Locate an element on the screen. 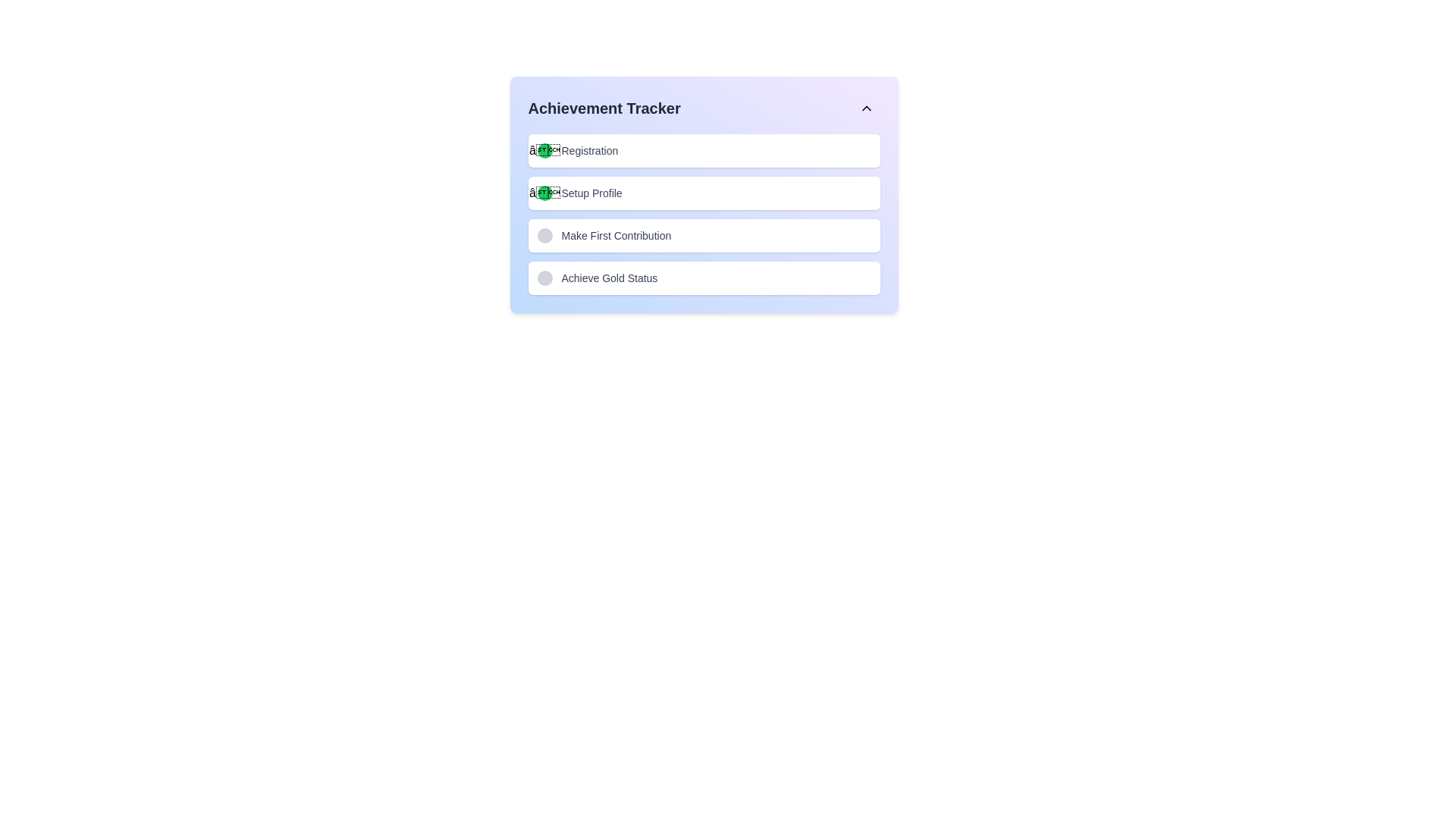 The width and height of the screenshot is (1456, 819). the second item in the vertical checklist of the 'Achievement Tracker' is located at coordinates (703, 194).